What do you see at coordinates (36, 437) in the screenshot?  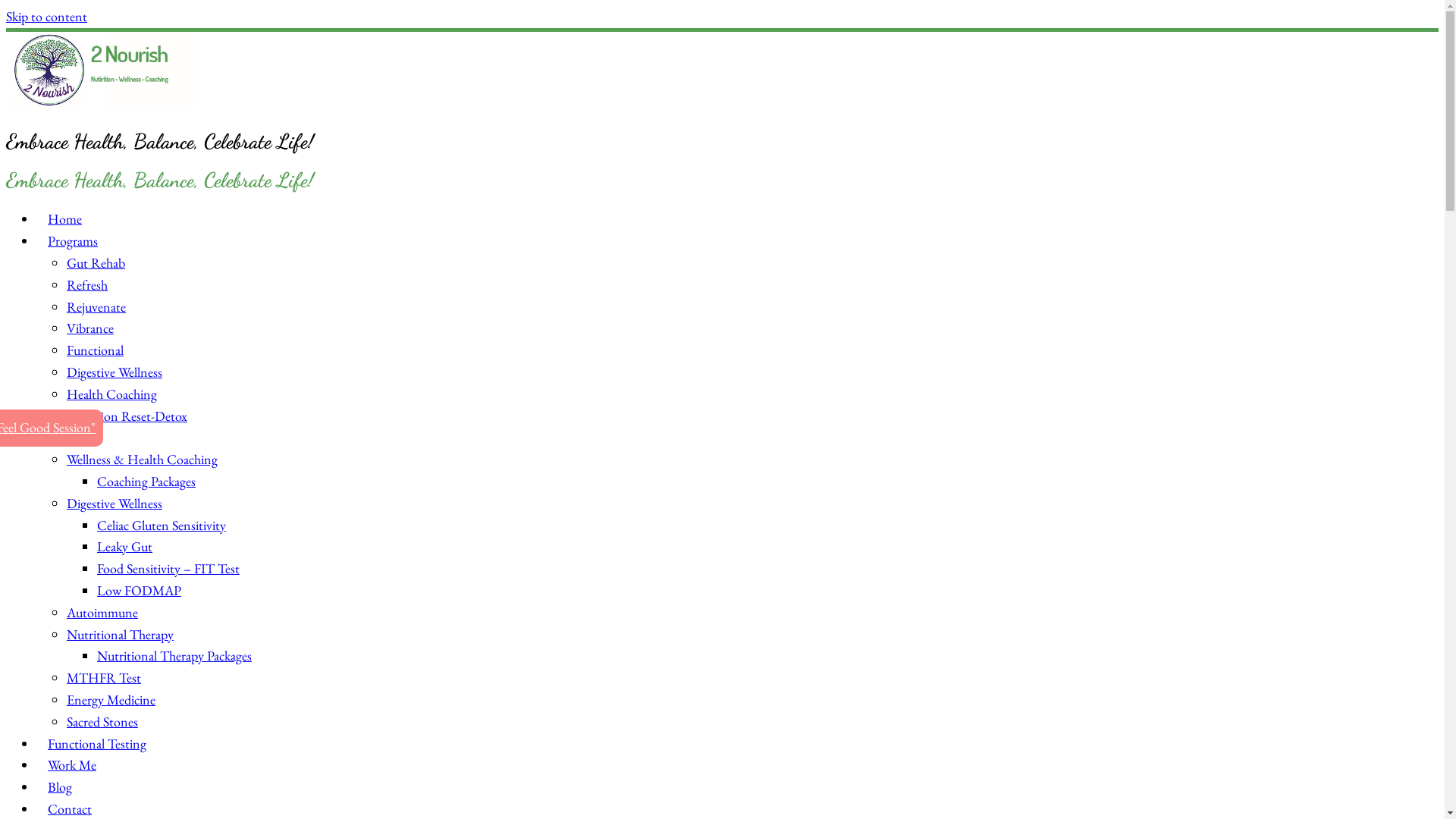 I see `'Offerings'` at bounding box center [36, 437].